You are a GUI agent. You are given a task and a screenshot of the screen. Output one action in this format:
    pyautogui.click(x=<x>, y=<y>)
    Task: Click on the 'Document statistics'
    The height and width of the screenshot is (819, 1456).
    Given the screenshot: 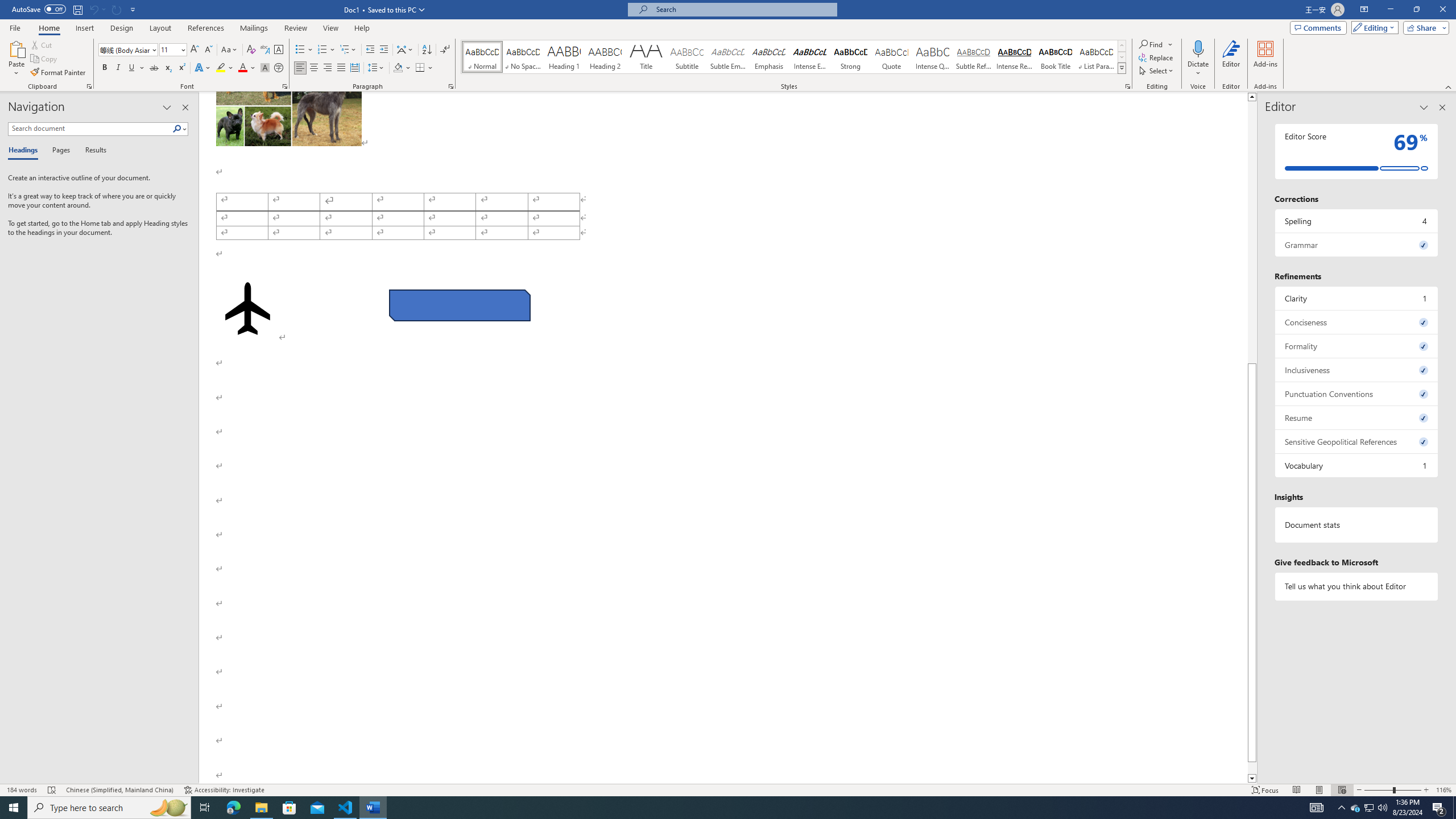 What is the action you would take?
    pyautogui.click(x=1356, y=524)
    